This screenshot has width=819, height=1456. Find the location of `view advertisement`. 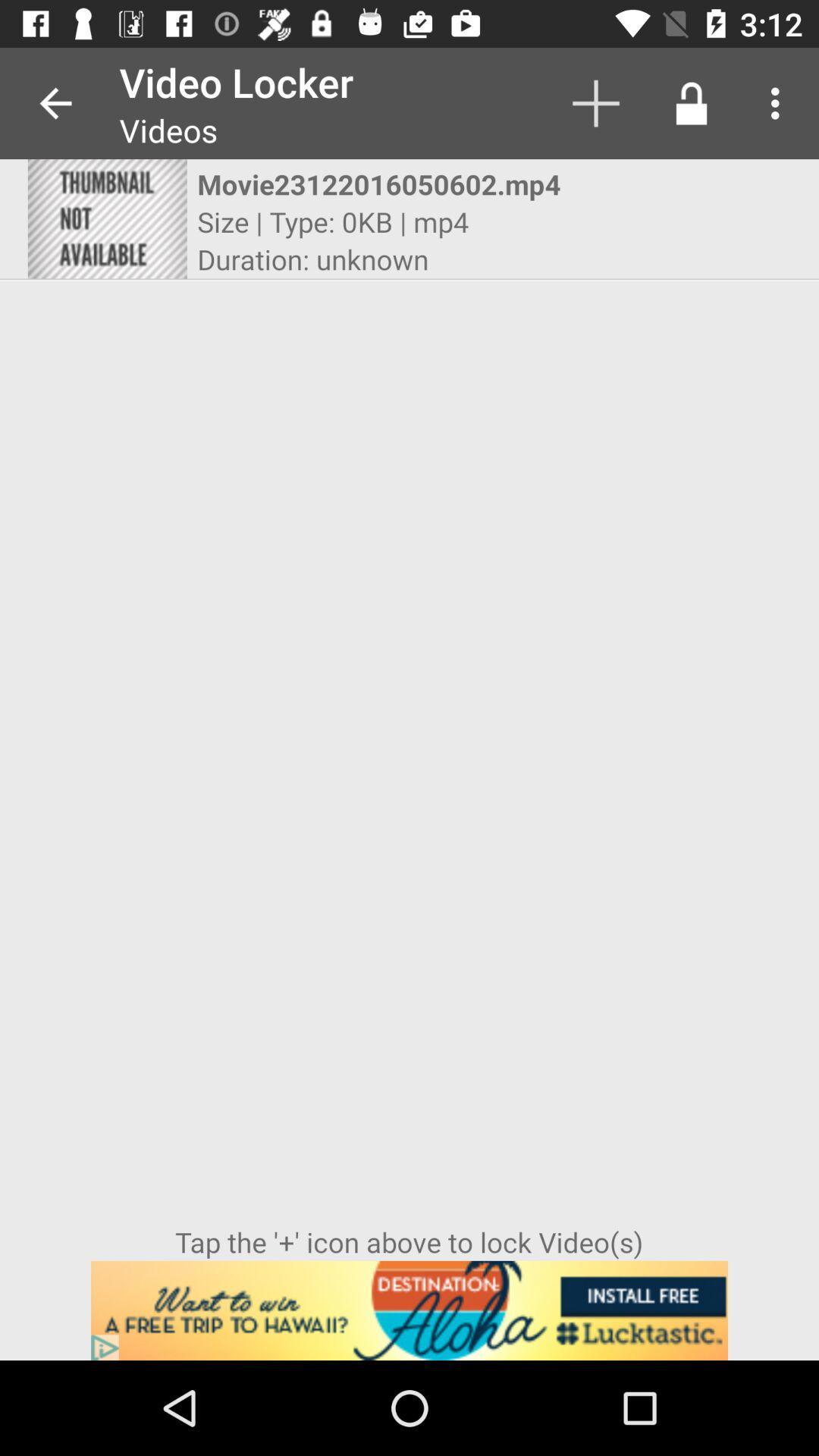

view advertisement is located at coordinates (409, 1310).